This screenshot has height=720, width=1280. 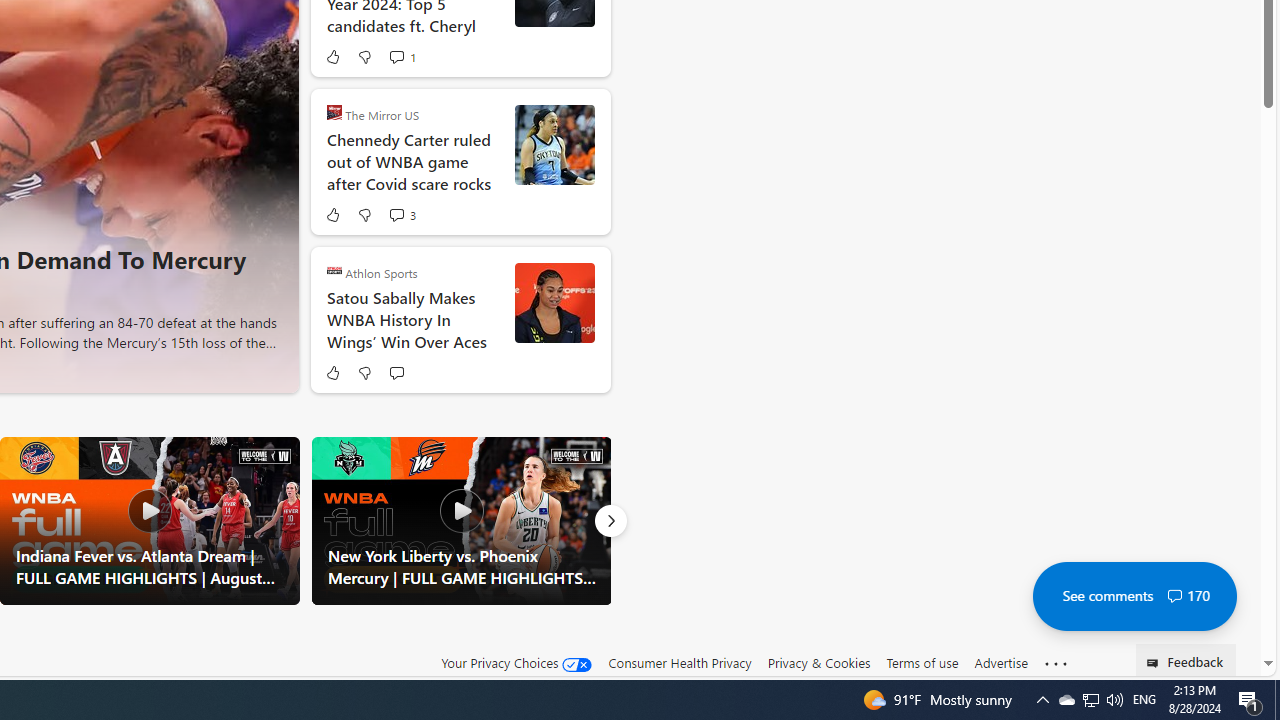 What do you see at coordinates (334, 270) in the screenshot?
I see `'Athlon Sports'` at bounding box center [334, 270].